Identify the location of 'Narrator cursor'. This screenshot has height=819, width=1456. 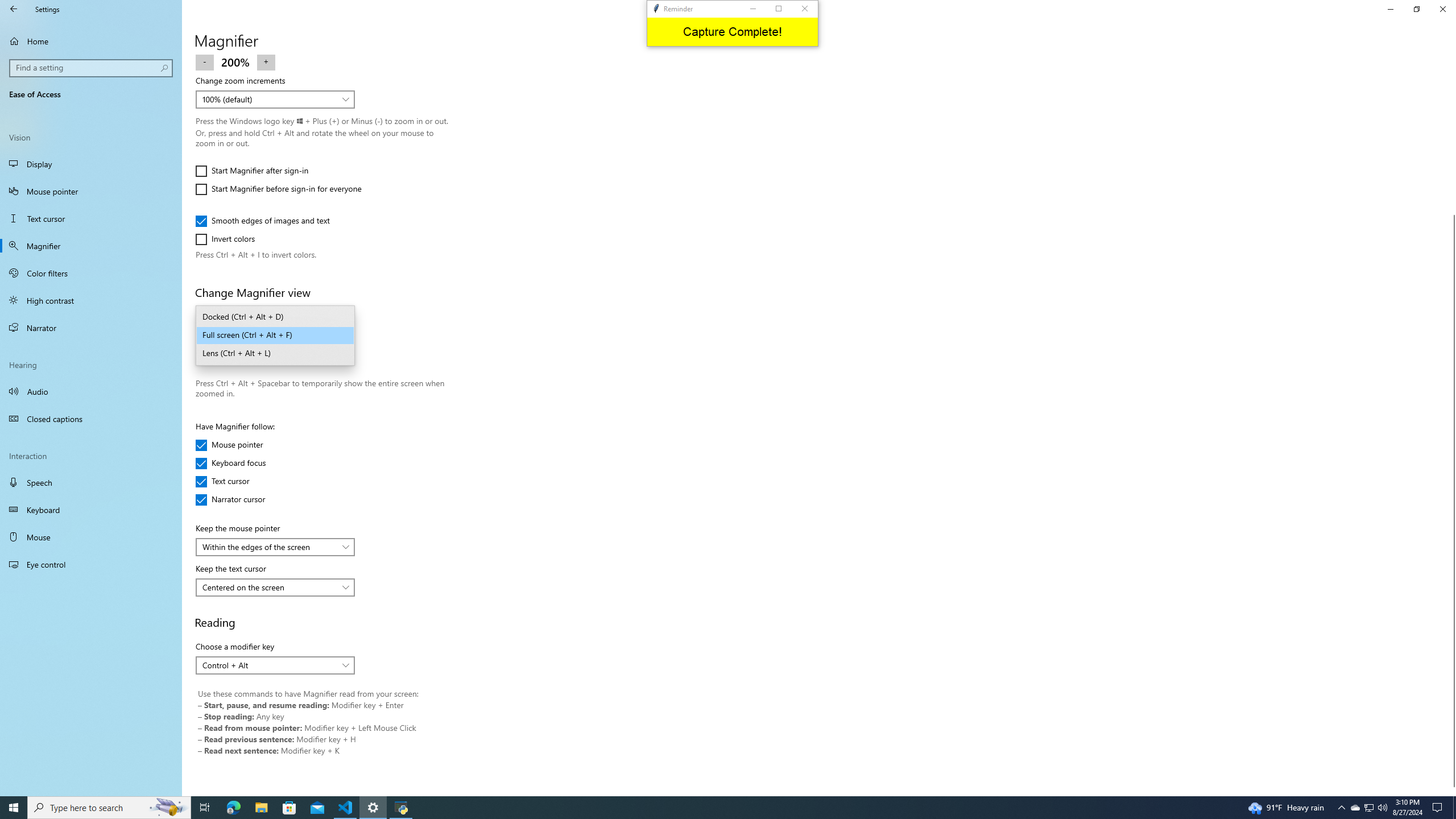
(229, 499).